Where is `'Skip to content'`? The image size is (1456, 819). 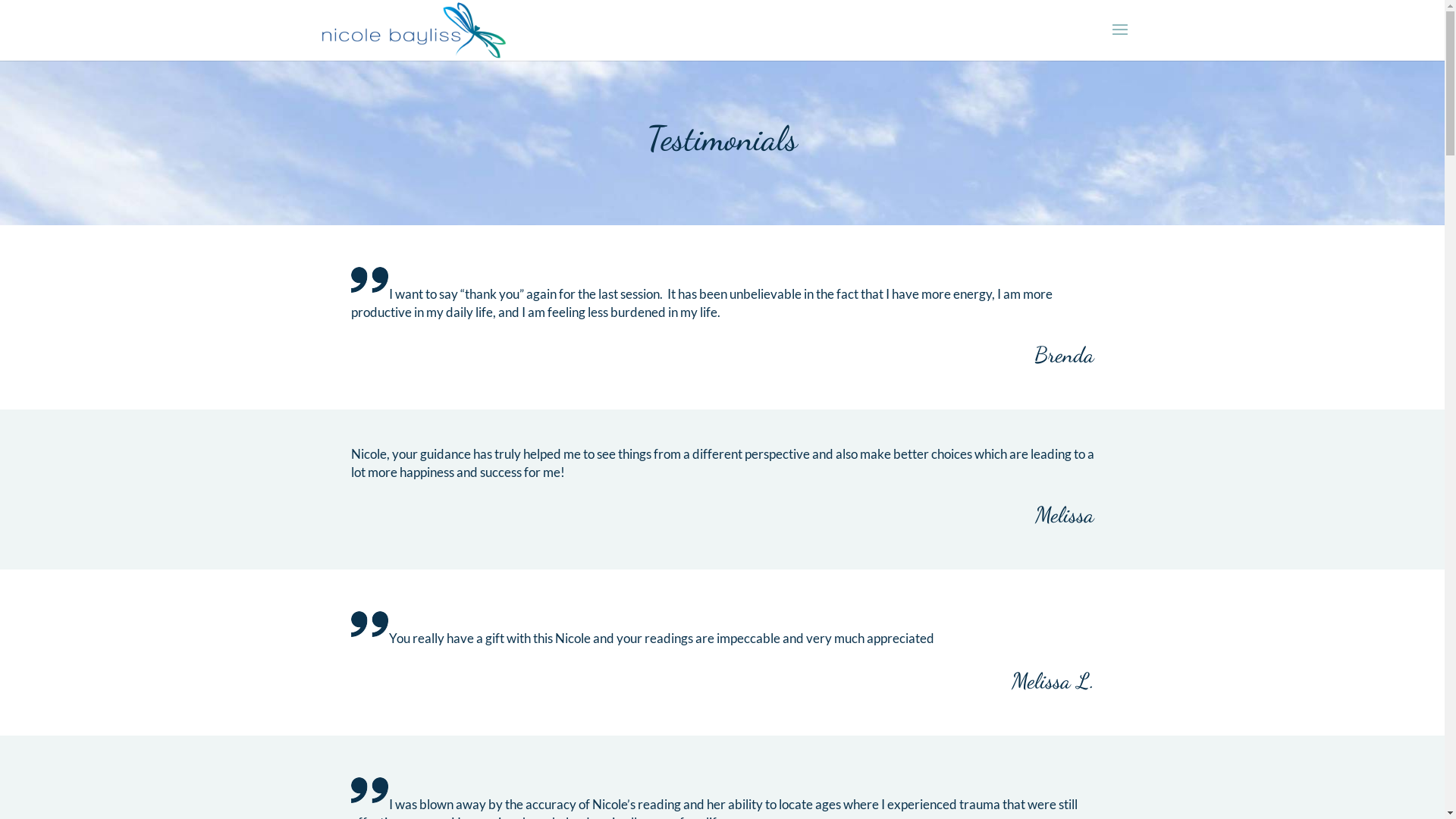 'Skip to content' is located at coordinates (0, 0).